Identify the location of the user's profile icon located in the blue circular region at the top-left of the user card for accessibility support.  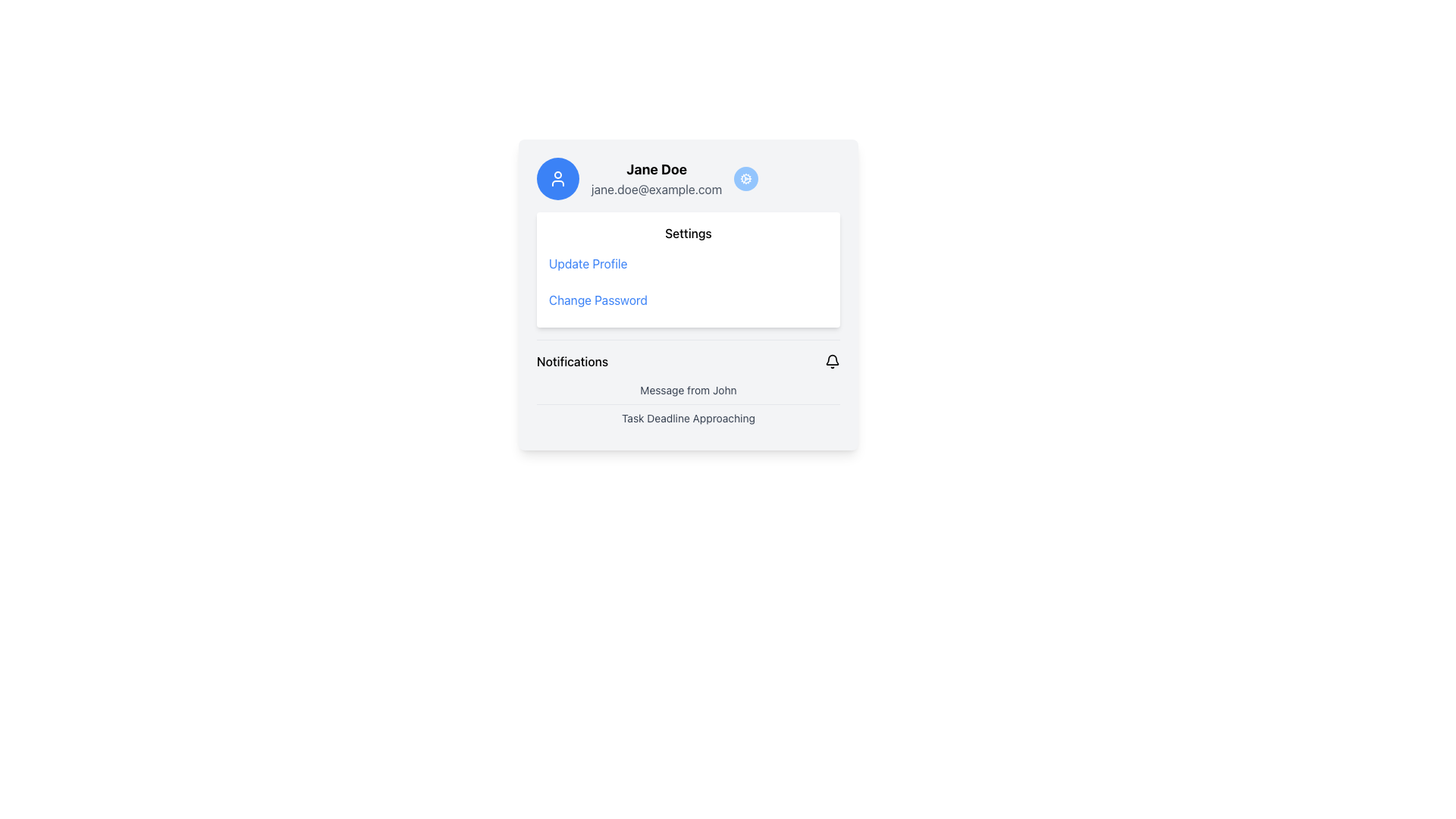
(557, 177).